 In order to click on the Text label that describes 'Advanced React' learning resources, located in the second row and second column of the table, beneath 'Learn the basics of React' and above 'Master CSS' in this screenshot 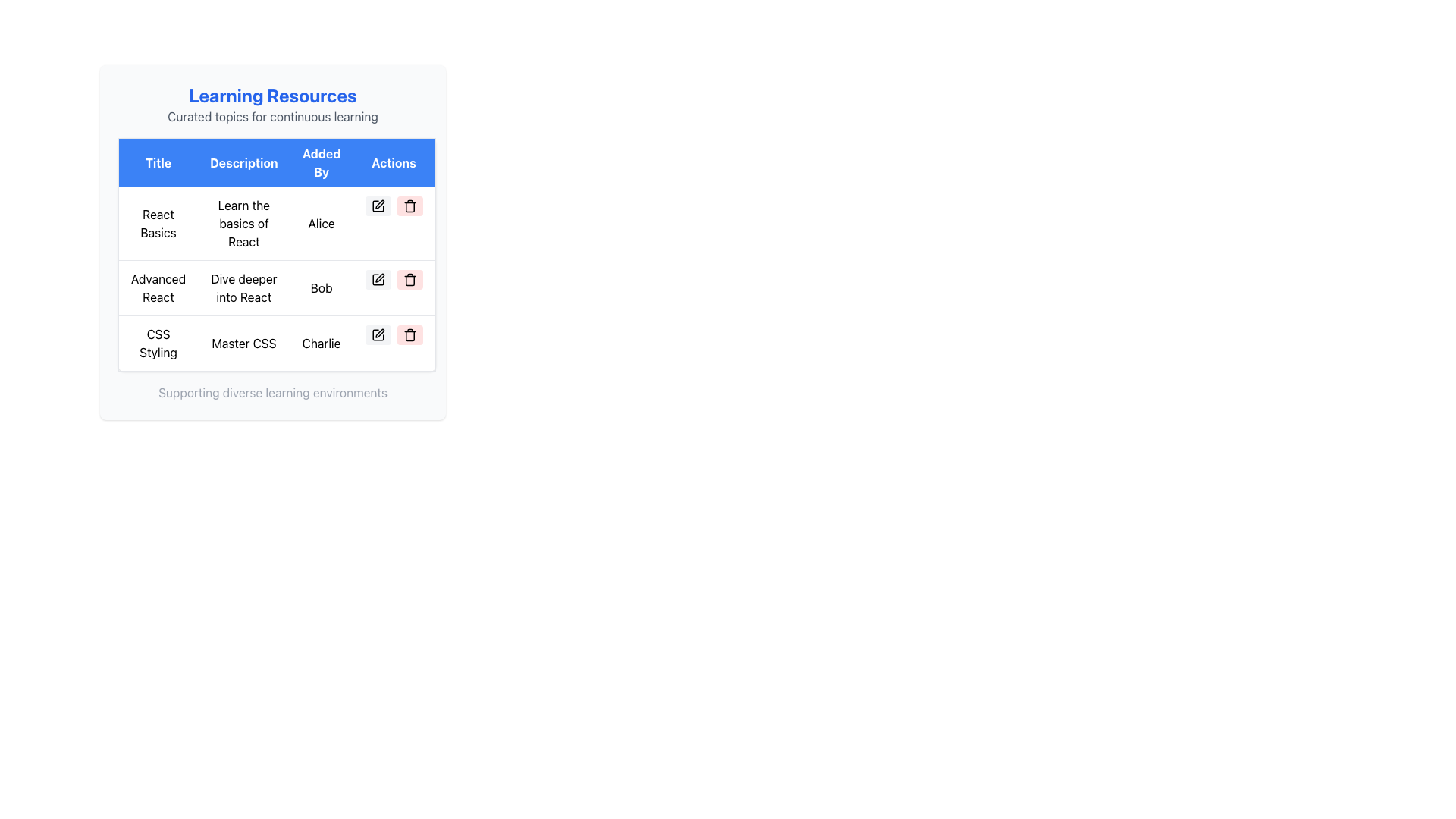, I will do `click(243, 288)`.